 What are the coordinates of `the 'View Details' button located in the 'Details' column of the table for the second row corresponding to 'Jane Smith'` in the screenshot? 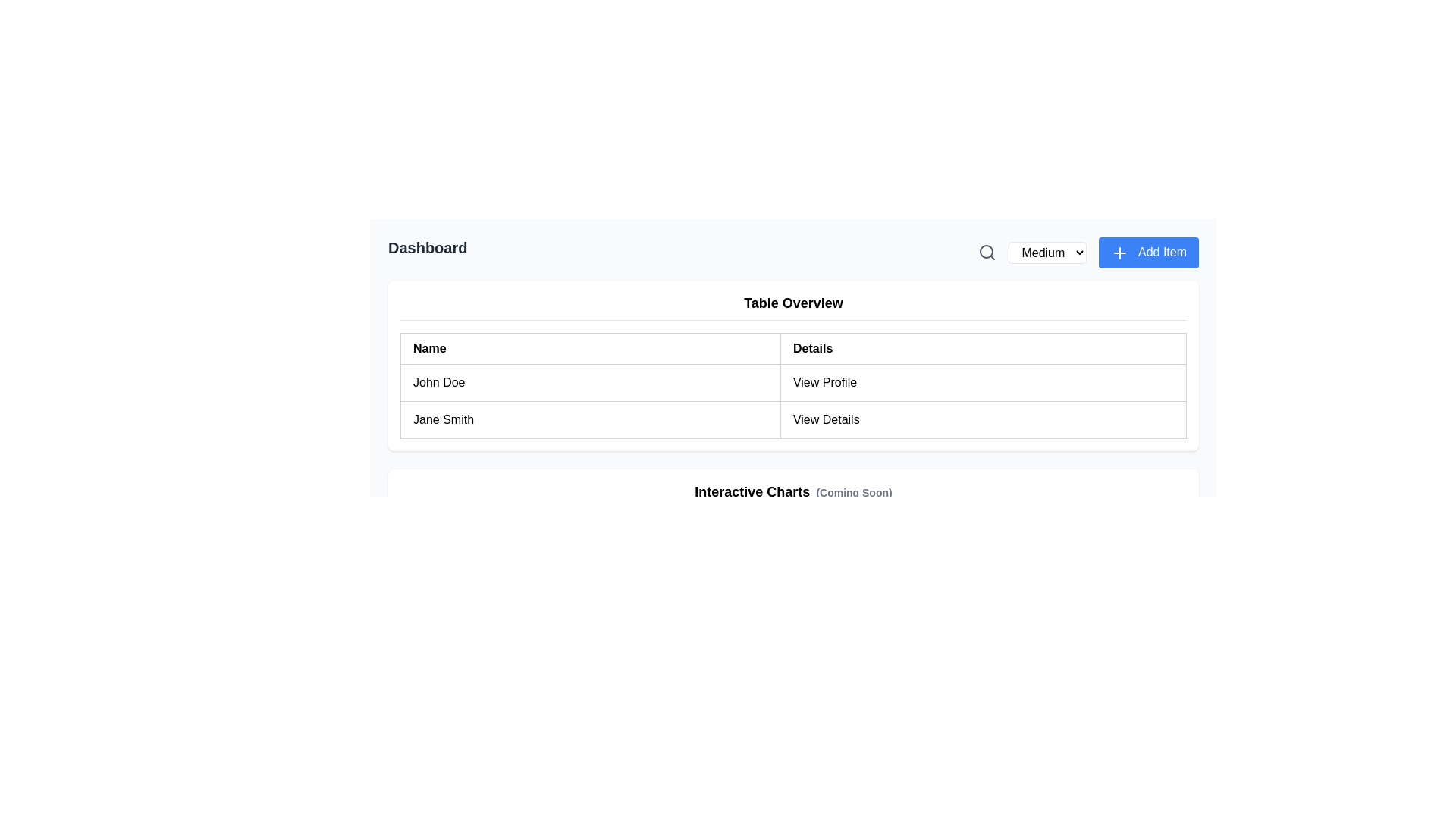 It's located at (983, 419).